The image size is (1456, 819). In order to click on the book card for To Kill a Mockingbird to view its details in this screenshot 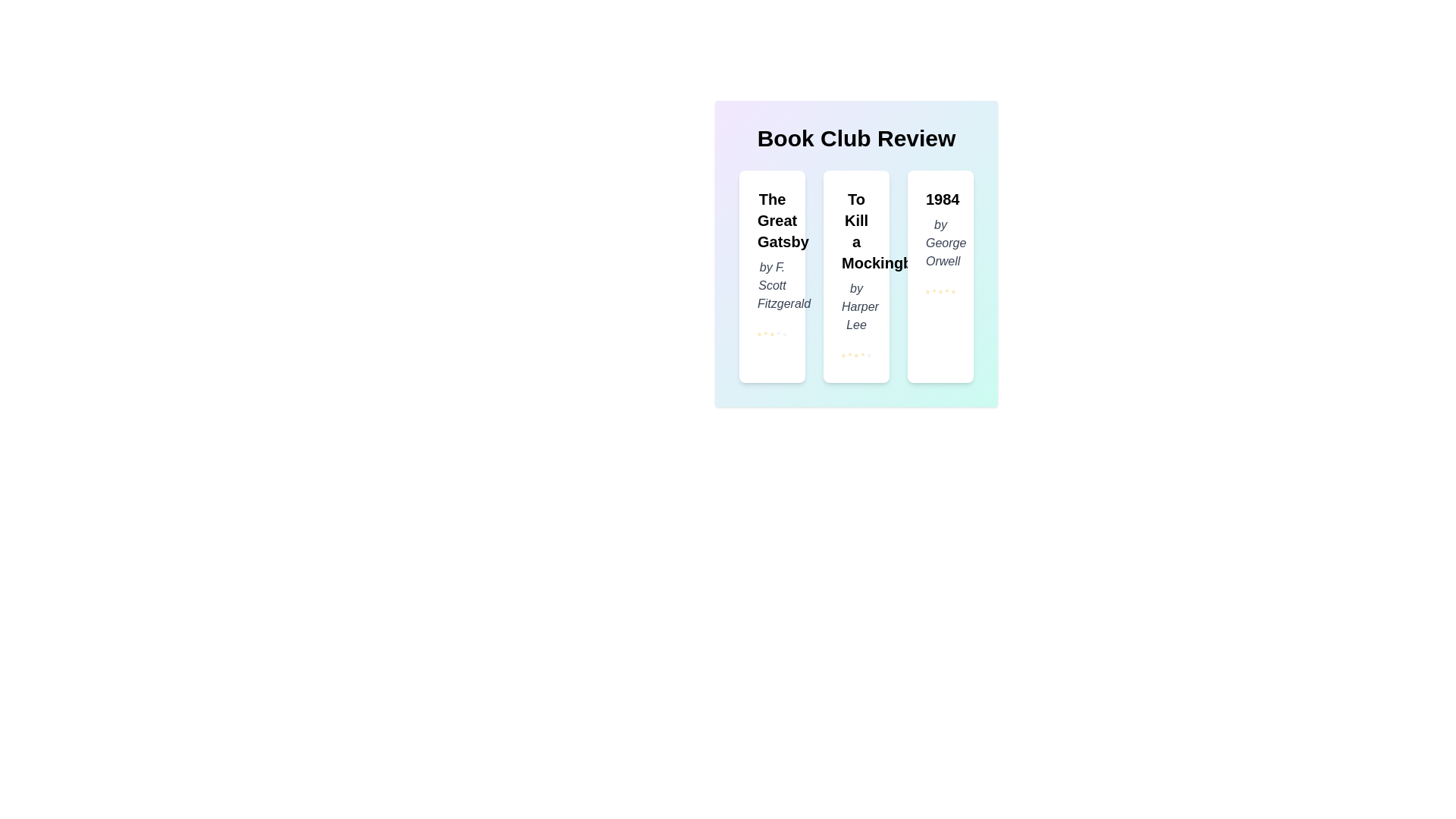, I will do `click(856, 277)`.